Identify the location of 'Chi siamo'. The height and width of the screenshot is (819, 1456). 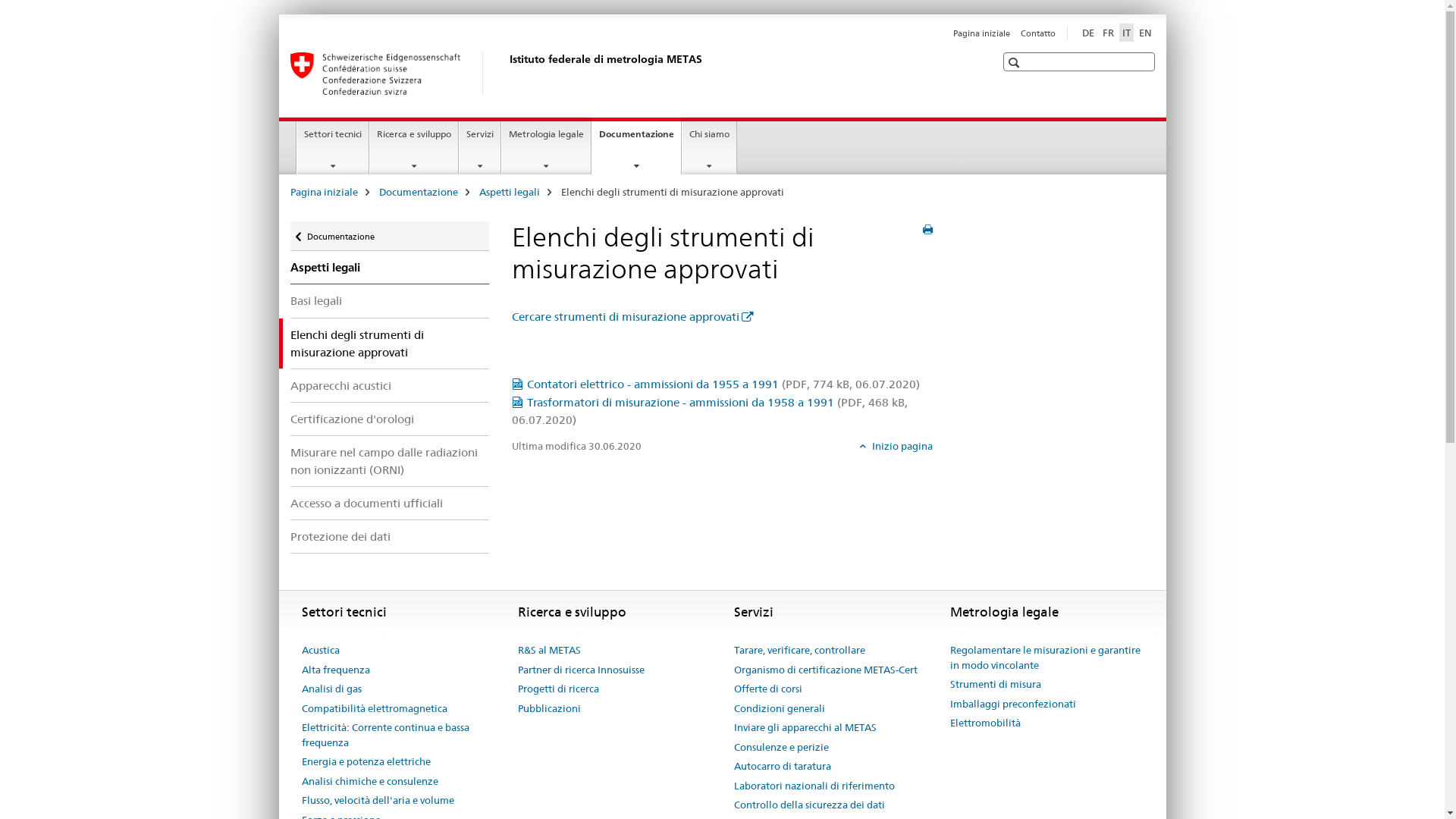
(708, 148).